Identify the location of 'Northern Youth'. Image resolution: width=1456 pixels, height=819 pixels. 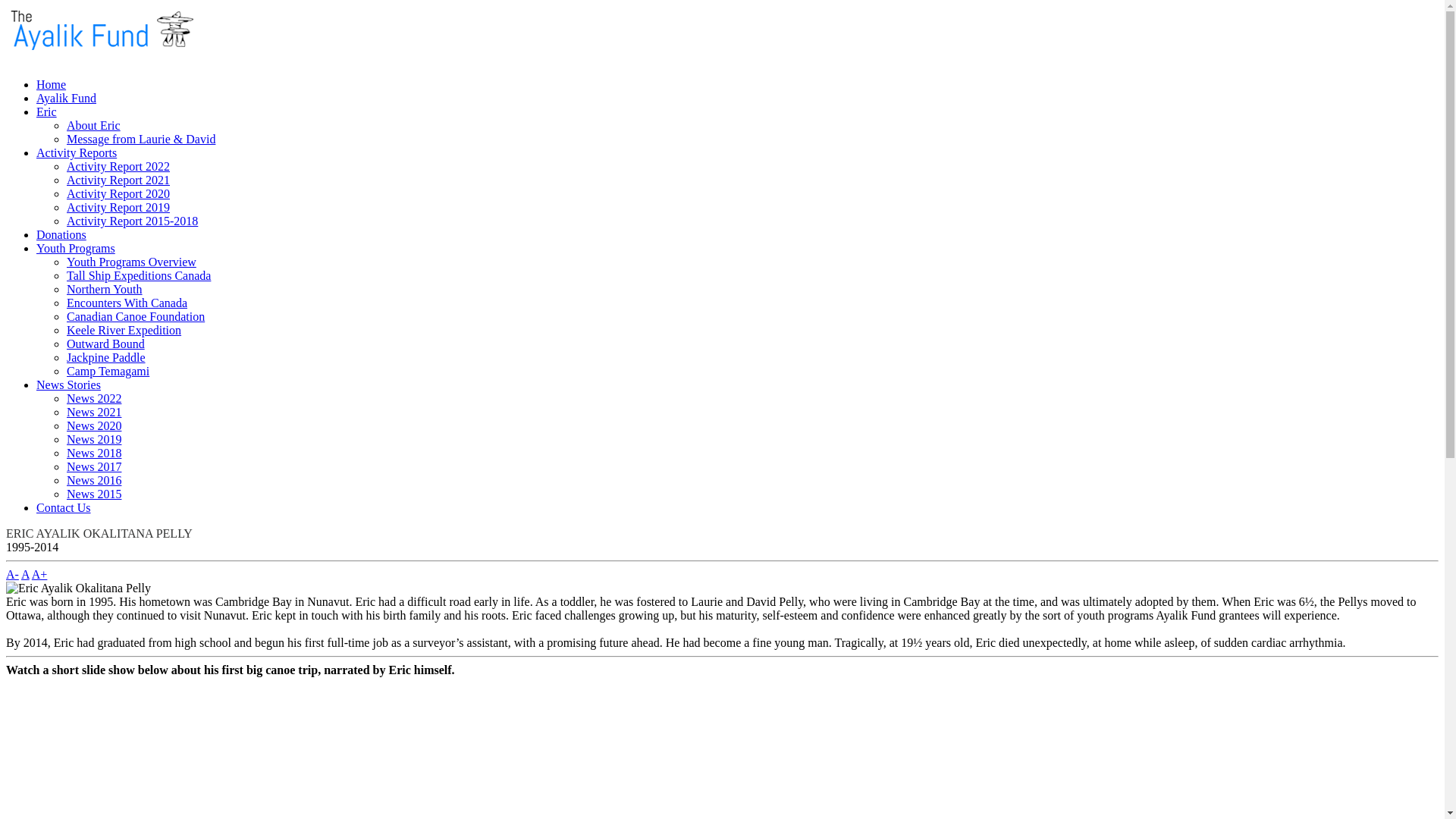
(104, 289).